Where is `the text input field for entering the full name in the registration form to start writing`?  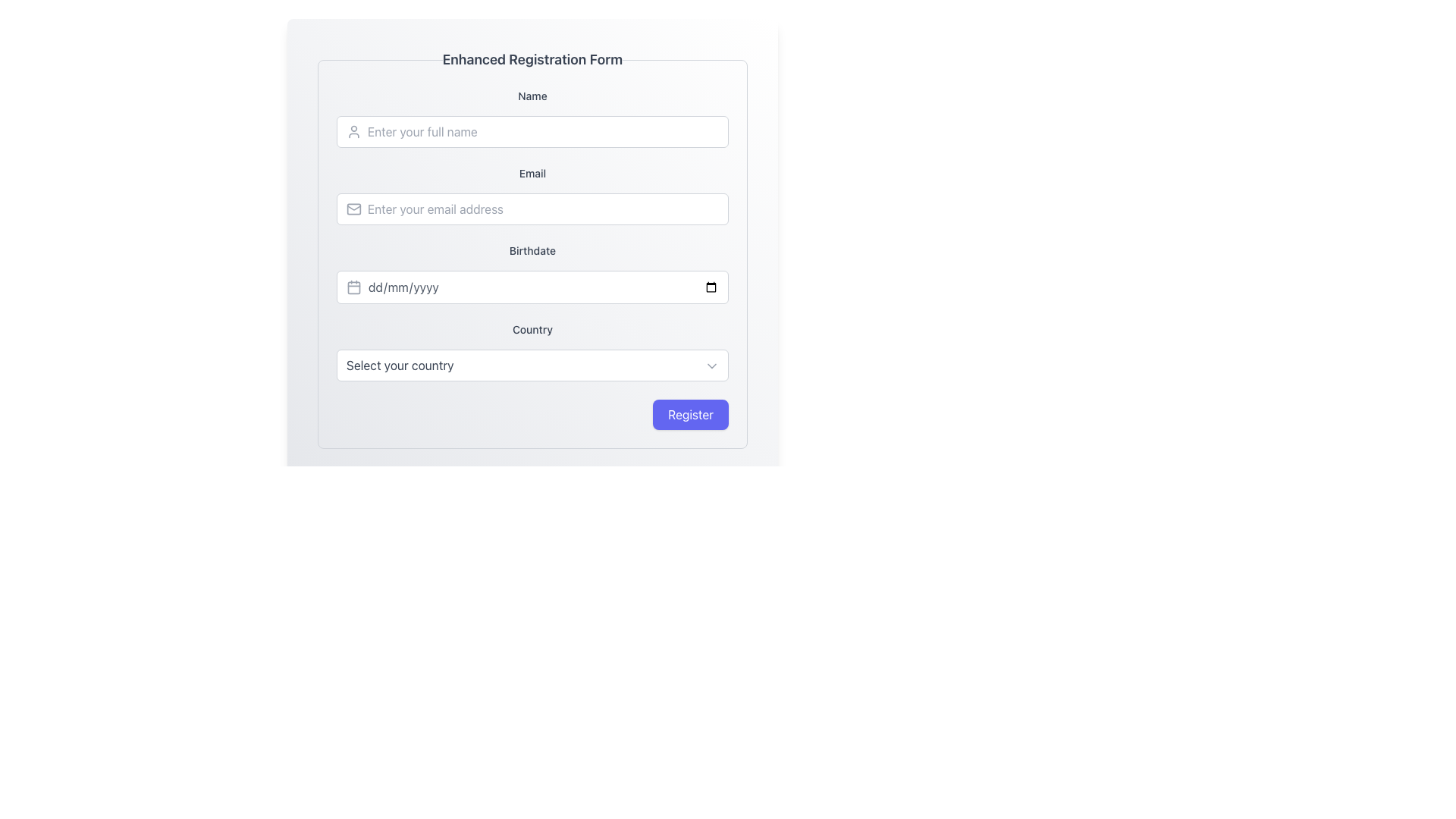
the text input field for entering the full name in the registration form to start writing is located at coordinates (532, 117).